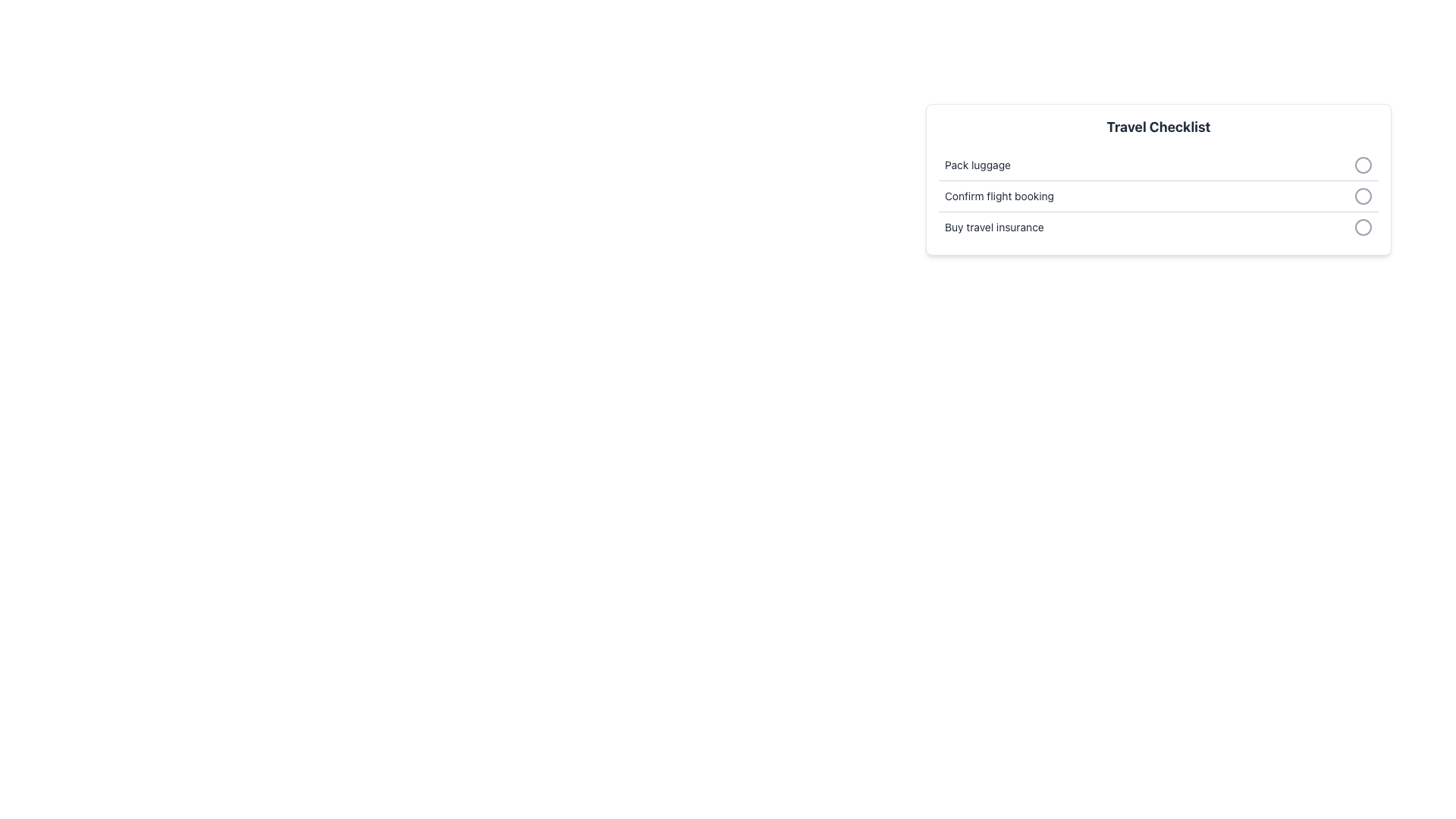 Image resolution: width=1456 pixels, height=819 pixels. Describe the element at coordinates (1157, 165) in the screenshot. I see `the first checklist item row labeled 'Pack luggage' to focus on it` at that location.